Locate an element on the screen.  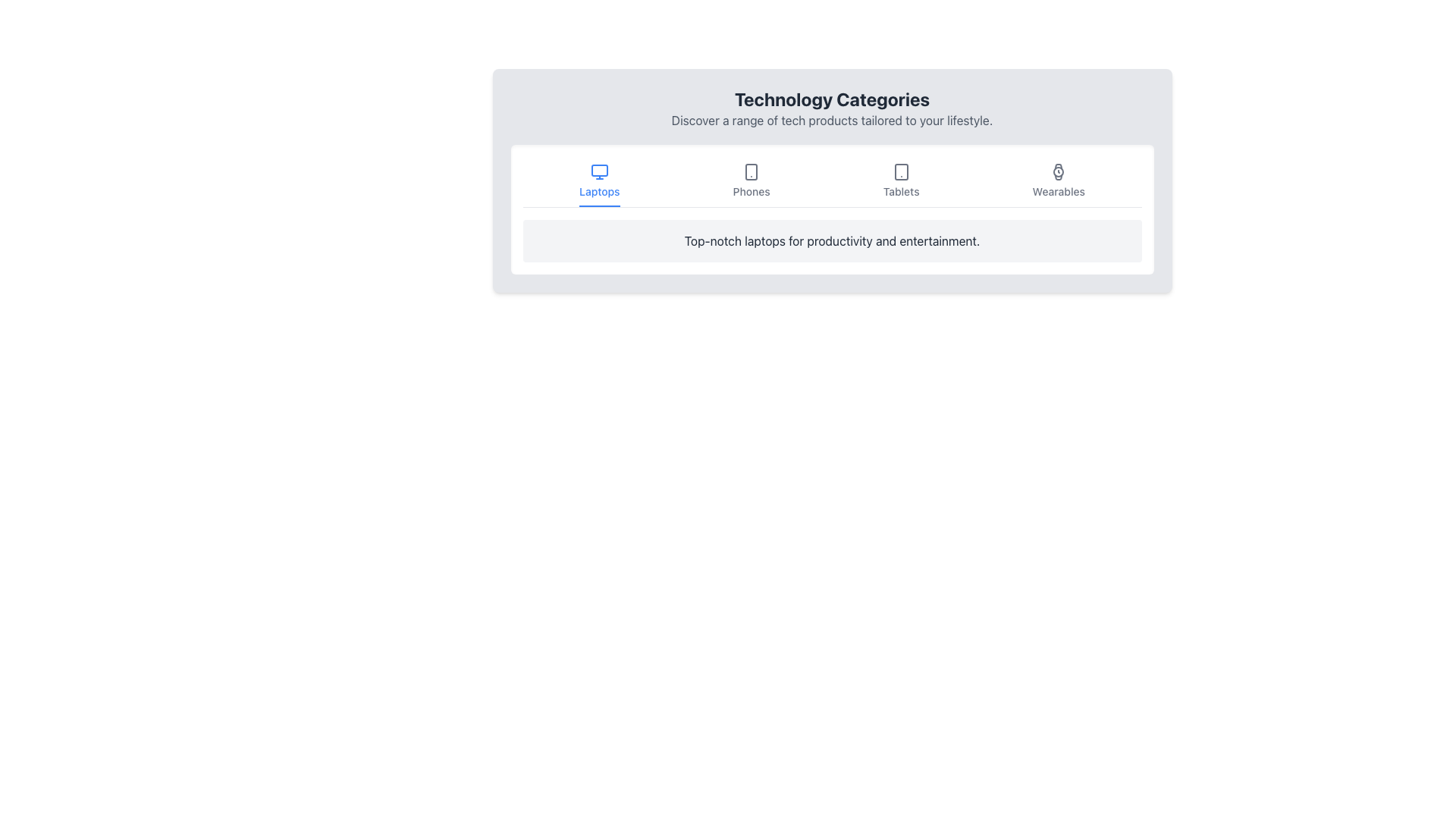
the header section titled 'Technology Categories' to trigger potential UI effects is located at coordinates (831, 107).